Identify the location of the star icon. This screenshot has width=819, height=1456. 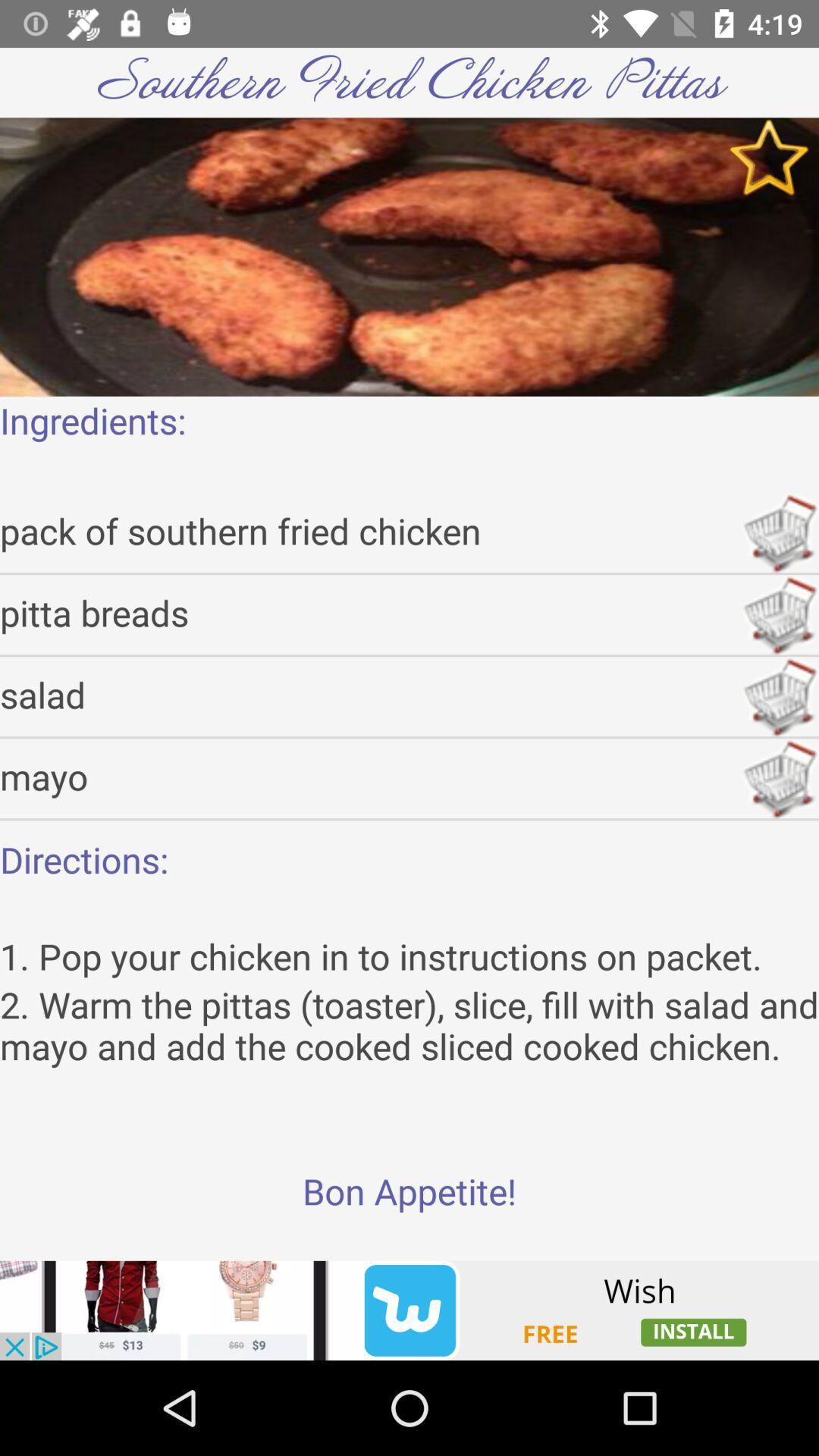
(769, 157).